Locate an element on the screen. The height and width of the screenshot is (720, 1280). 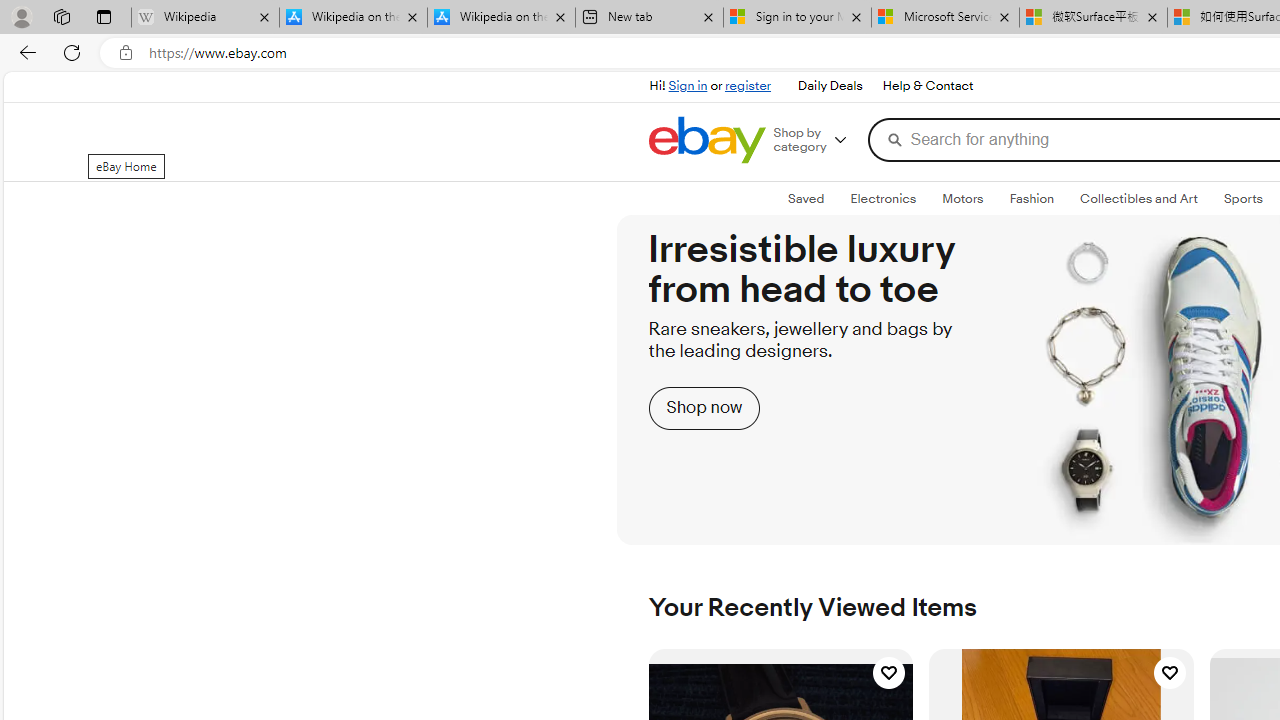
'Daily Deals' is located at coordinates (829, 85).